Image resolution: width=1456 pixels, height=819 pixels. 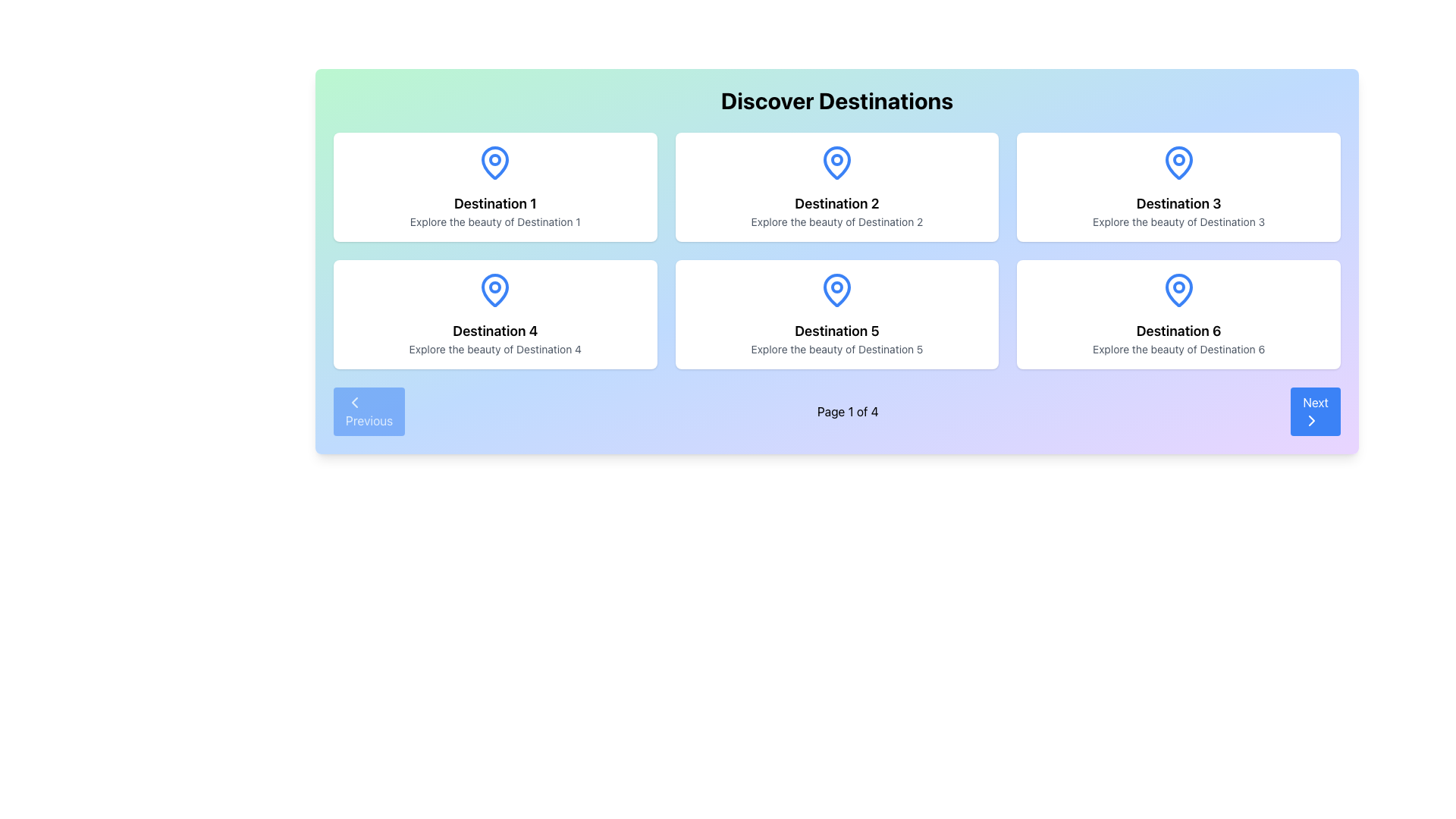 I want to click on the blue pin or location marker icon located above the 'Destination 2' text label in the second column of the first row of destination cards, so click(x=836, y=163).